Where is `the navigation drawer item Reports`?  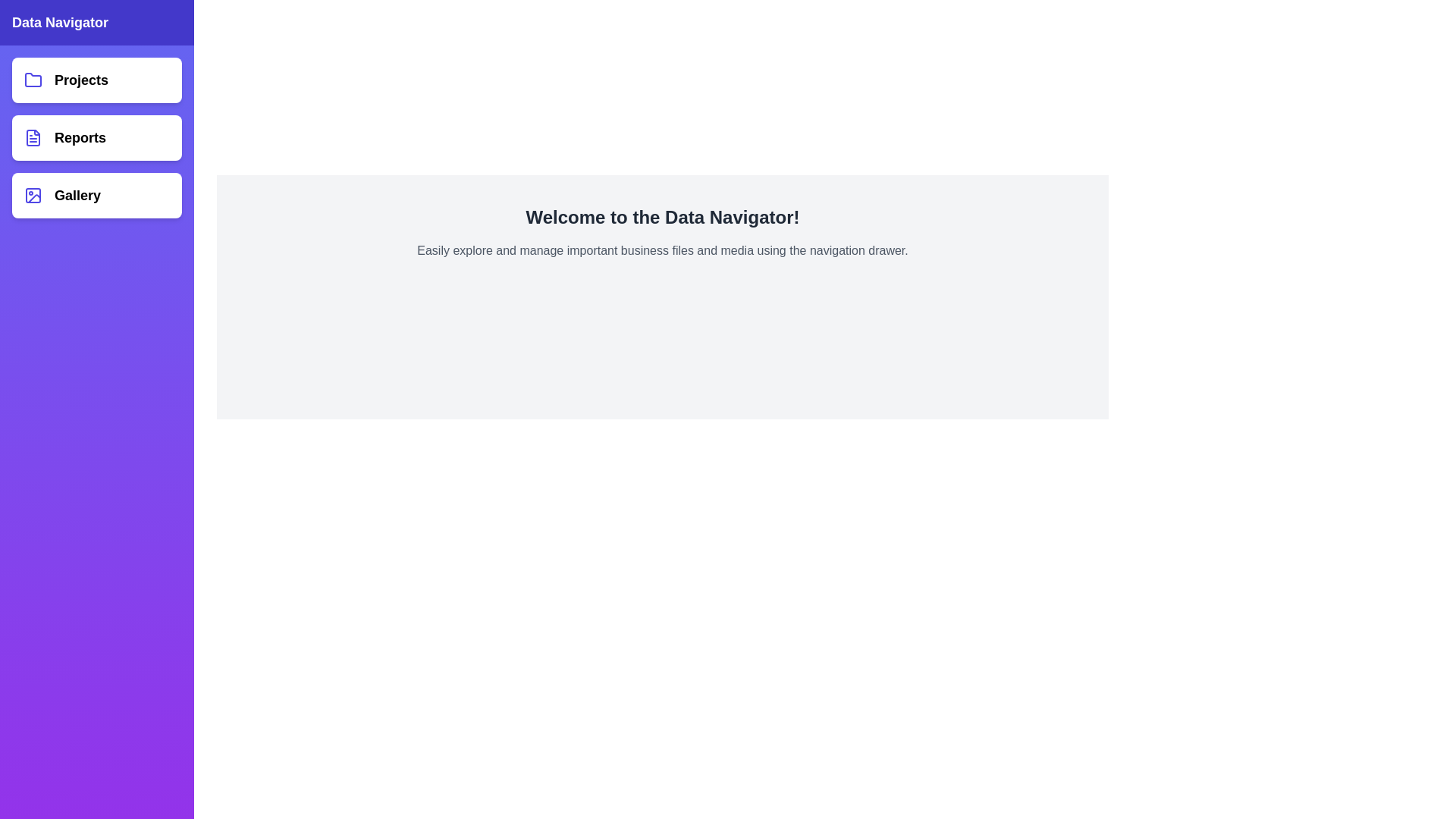 the navigation drawer item Reports is located at coordinates (96, 137).